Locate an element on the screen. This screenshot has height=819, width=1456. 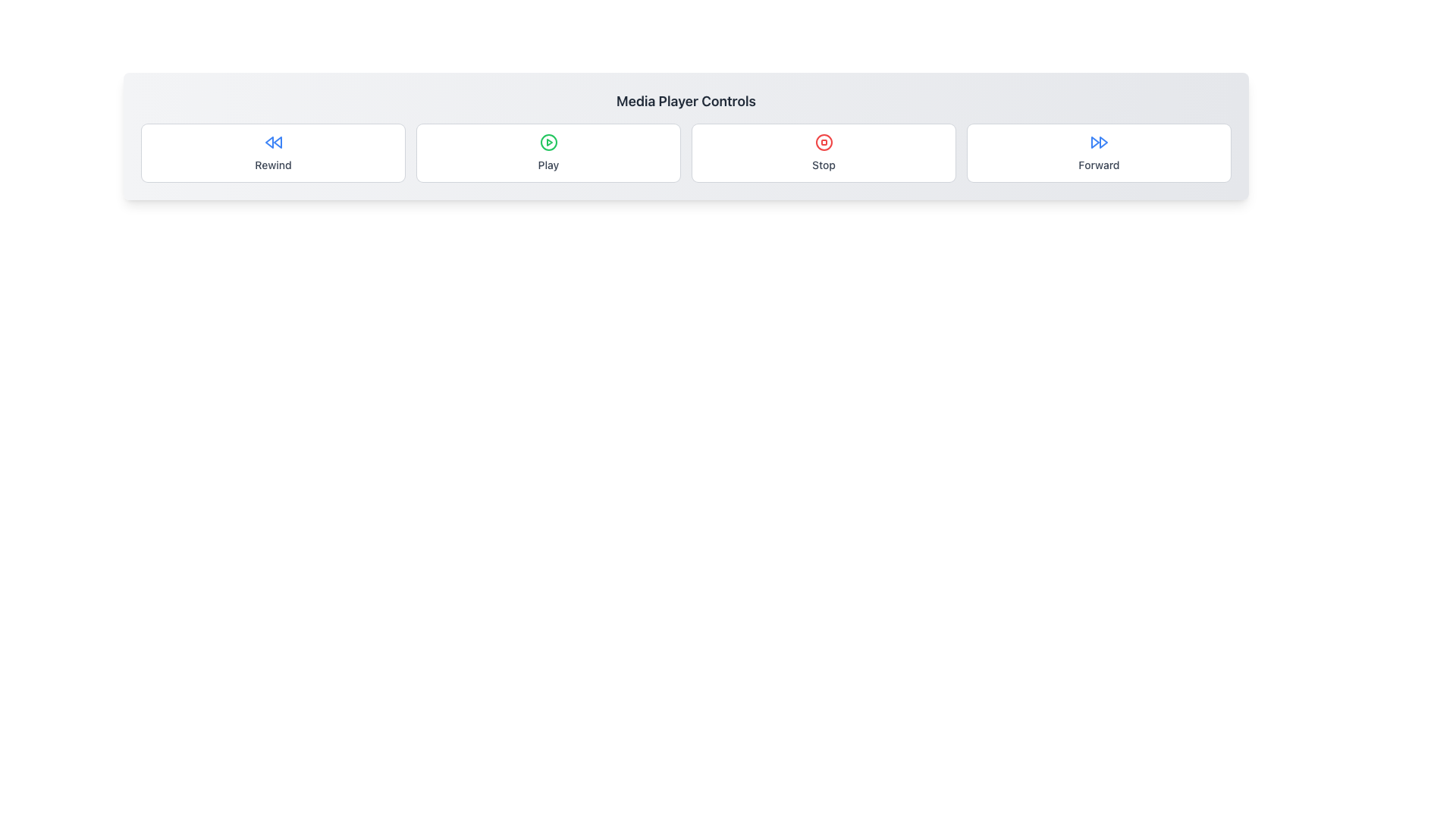
the rewind arrow icon, which is blue and styled with a modern vector design, located above the 'Rewind' label in the media playback controls is located at coordinates (273, 143).